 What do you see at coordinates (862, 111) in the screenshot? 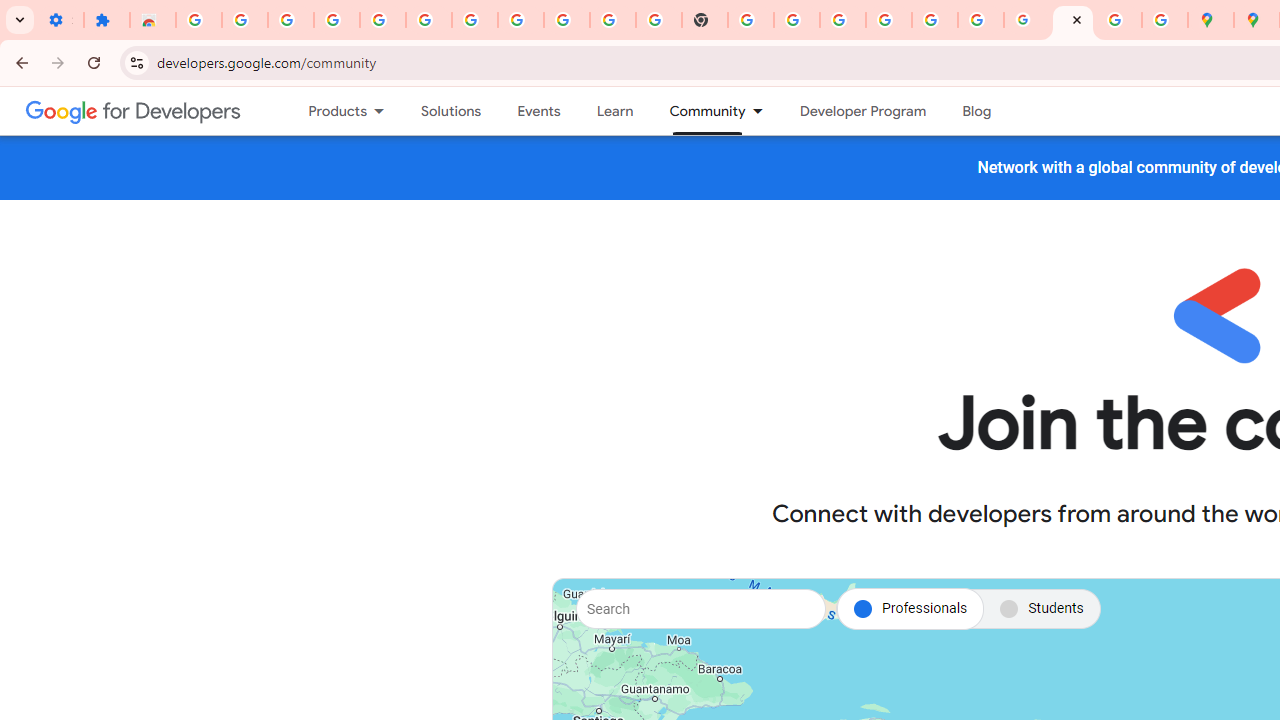
I see `'Developer Program'` at bounding box center [862, 111].